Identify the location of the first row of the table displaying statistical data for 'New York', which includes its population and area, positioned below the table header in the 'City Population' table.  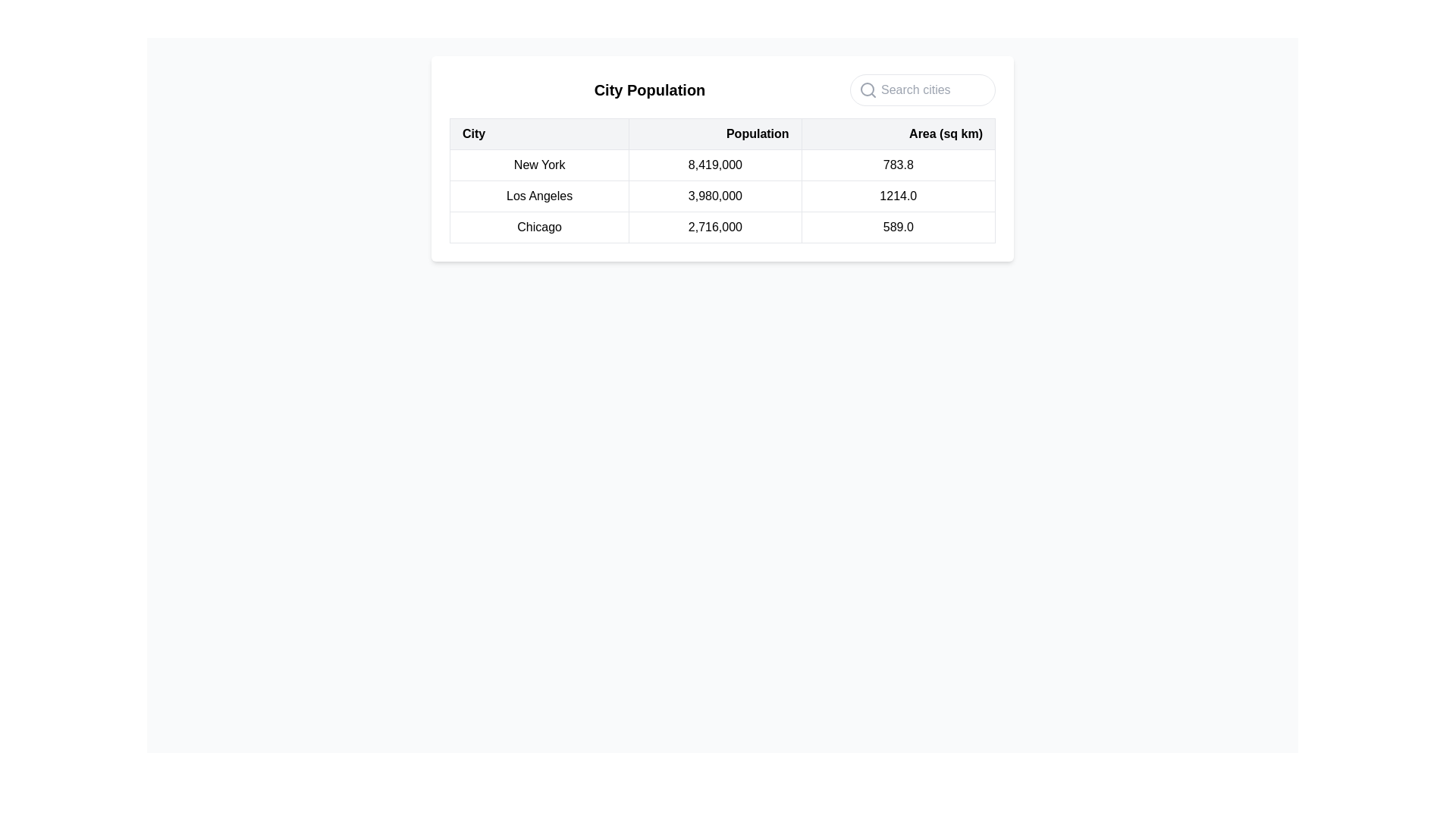
(722, 165).